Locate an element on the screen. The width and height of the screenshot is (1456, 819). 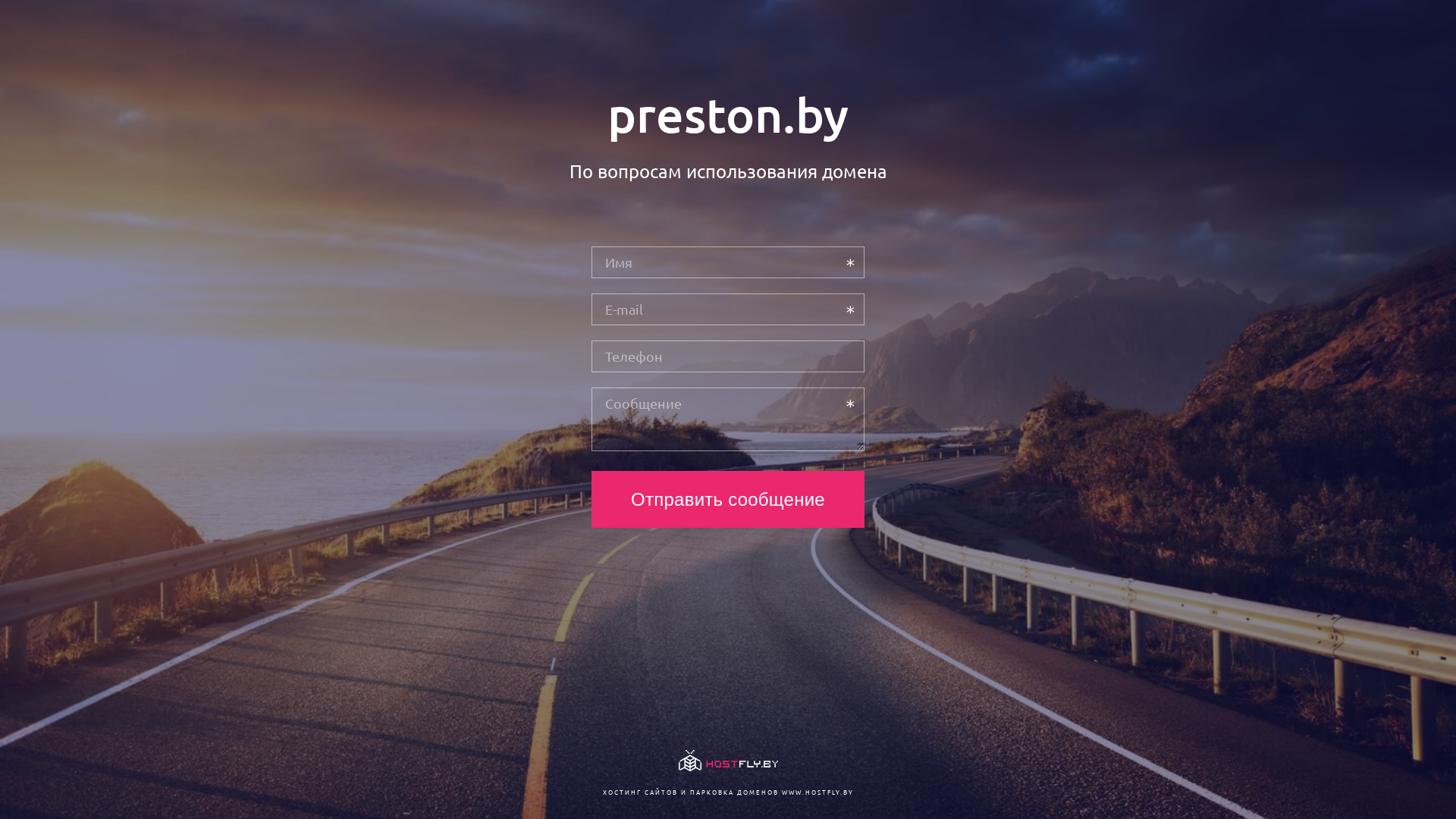
'WWW.HOSTFLY.BY' is located at coordinates (816, 791).